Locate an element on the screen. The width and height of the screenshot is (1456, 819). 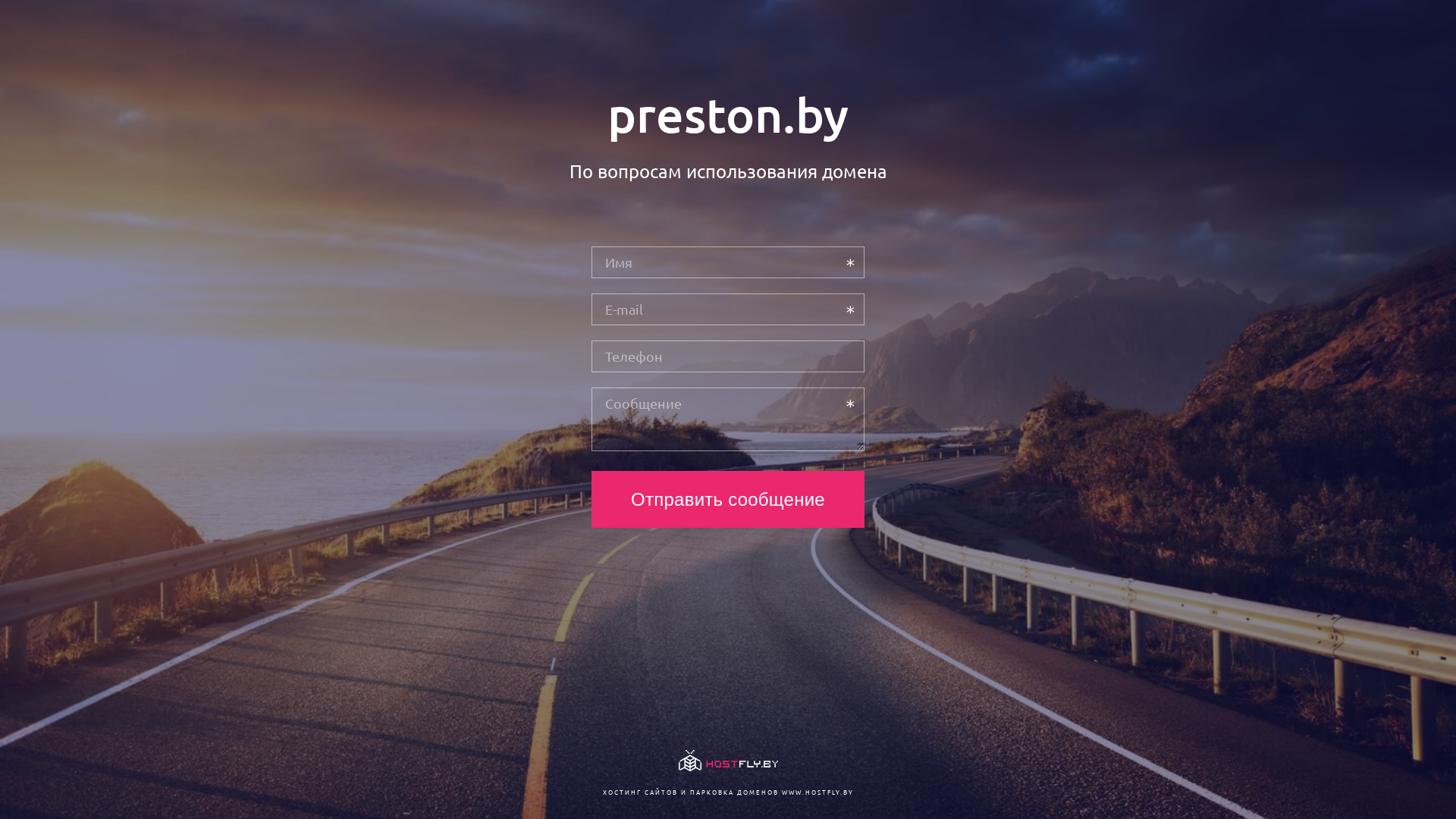
'WWW.HOSTFLY.BY' is located at coordinates (816, 791).